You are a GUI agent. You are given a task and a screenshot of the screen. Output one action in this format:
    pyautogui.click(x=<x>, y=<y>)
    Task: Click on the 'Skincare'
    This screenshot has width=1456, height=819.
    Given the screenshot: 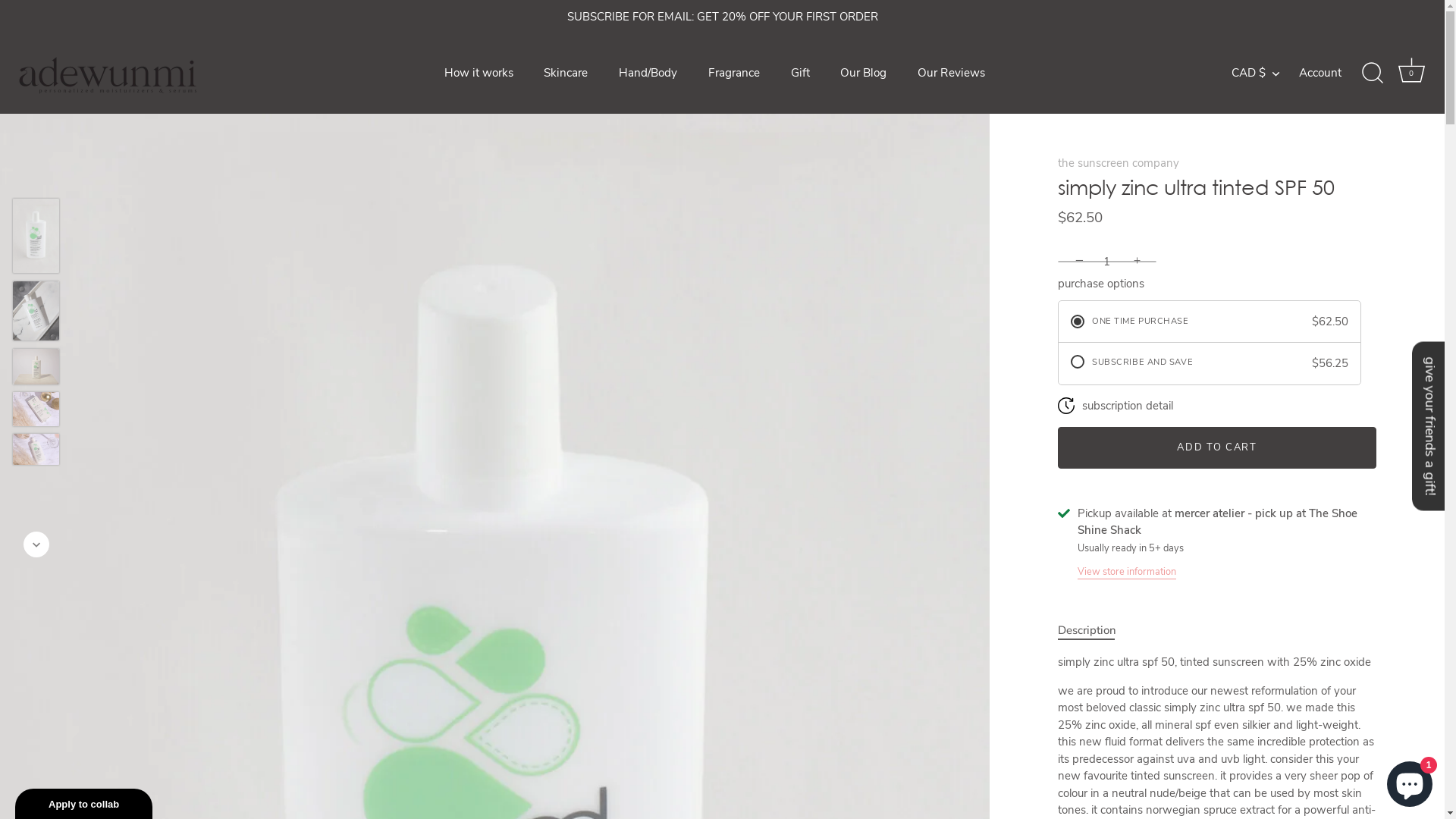 What is the action you would take?
    pyautogui.click(x=565, y=73)
    